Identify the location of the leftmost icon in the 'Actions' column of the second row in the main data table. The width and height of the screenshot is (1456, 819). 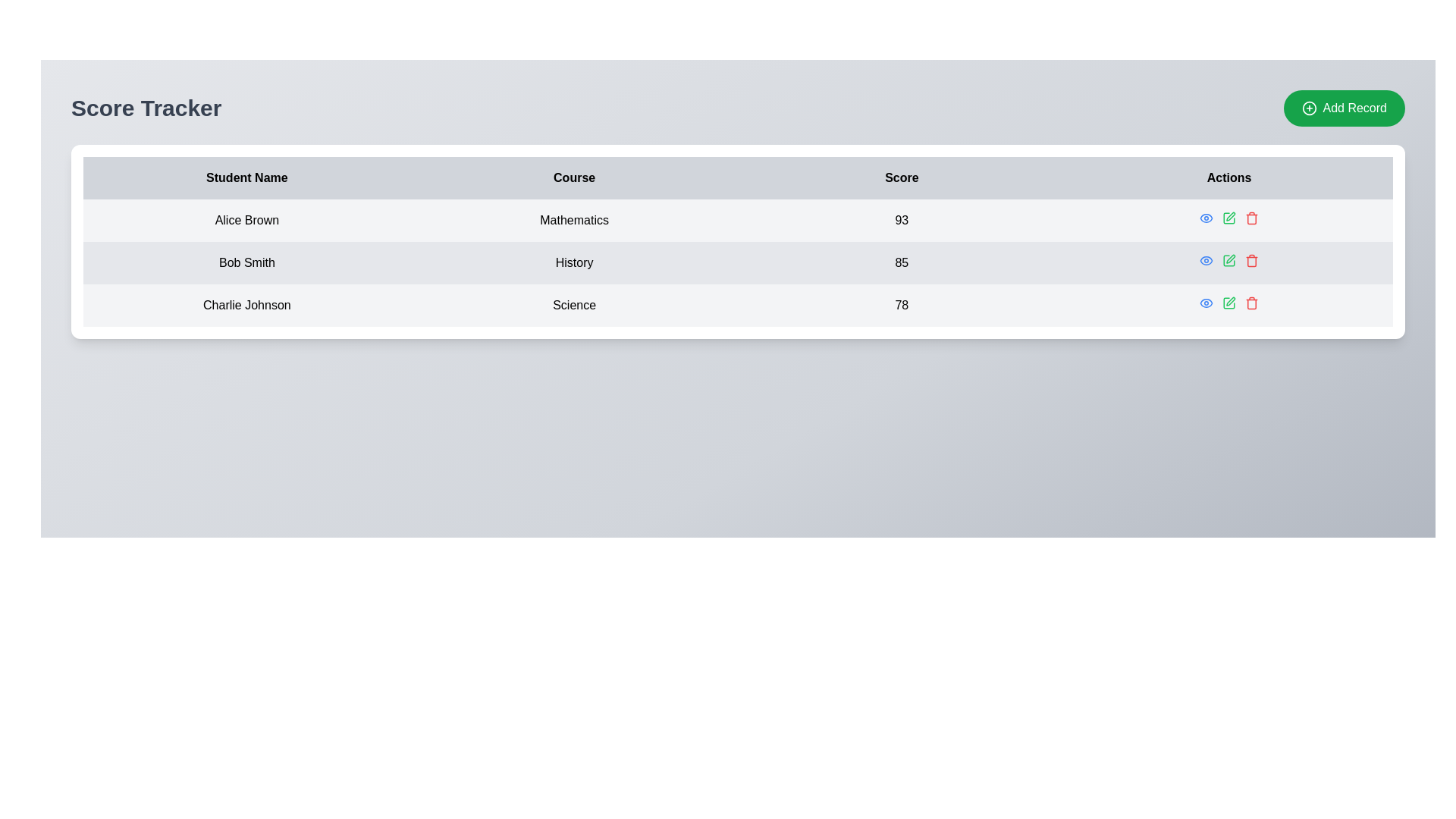
(1205, 218).